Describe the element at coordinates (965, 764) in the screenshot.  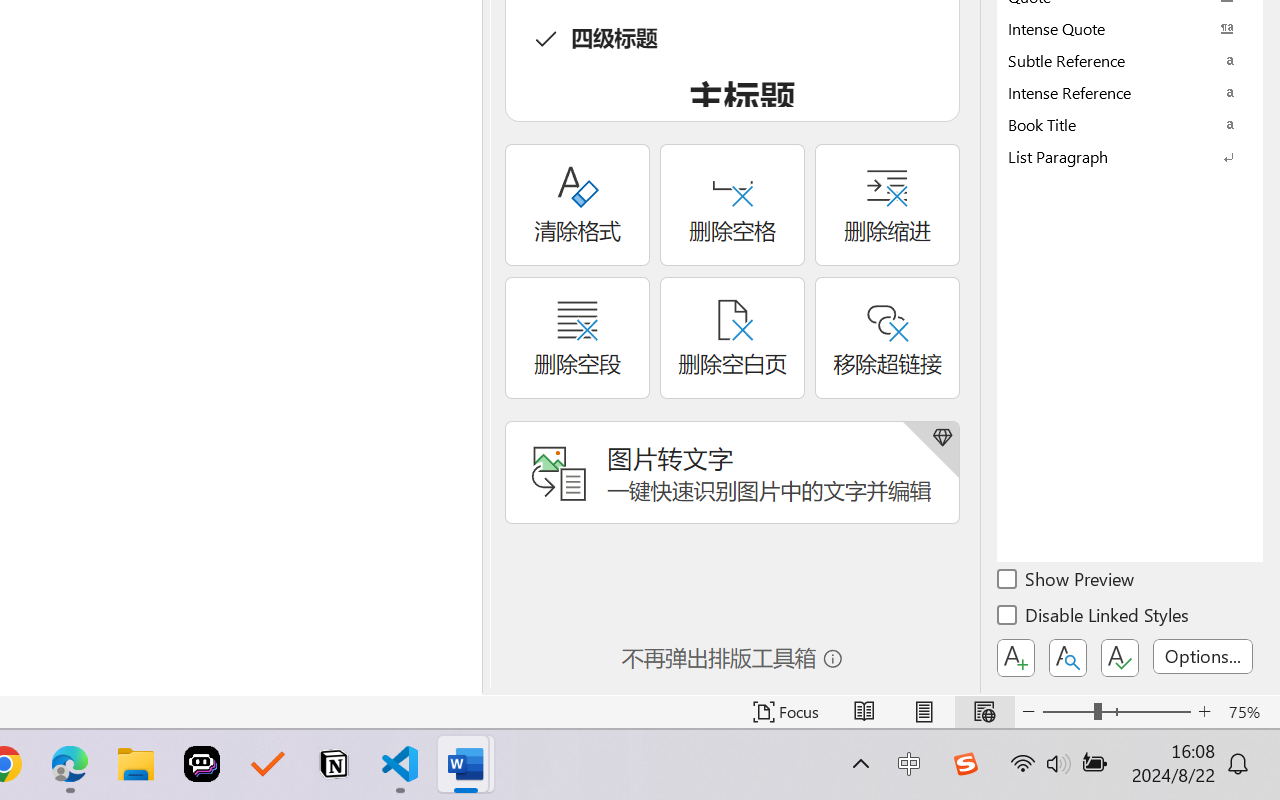
I see `'Class: Image'` at that location.